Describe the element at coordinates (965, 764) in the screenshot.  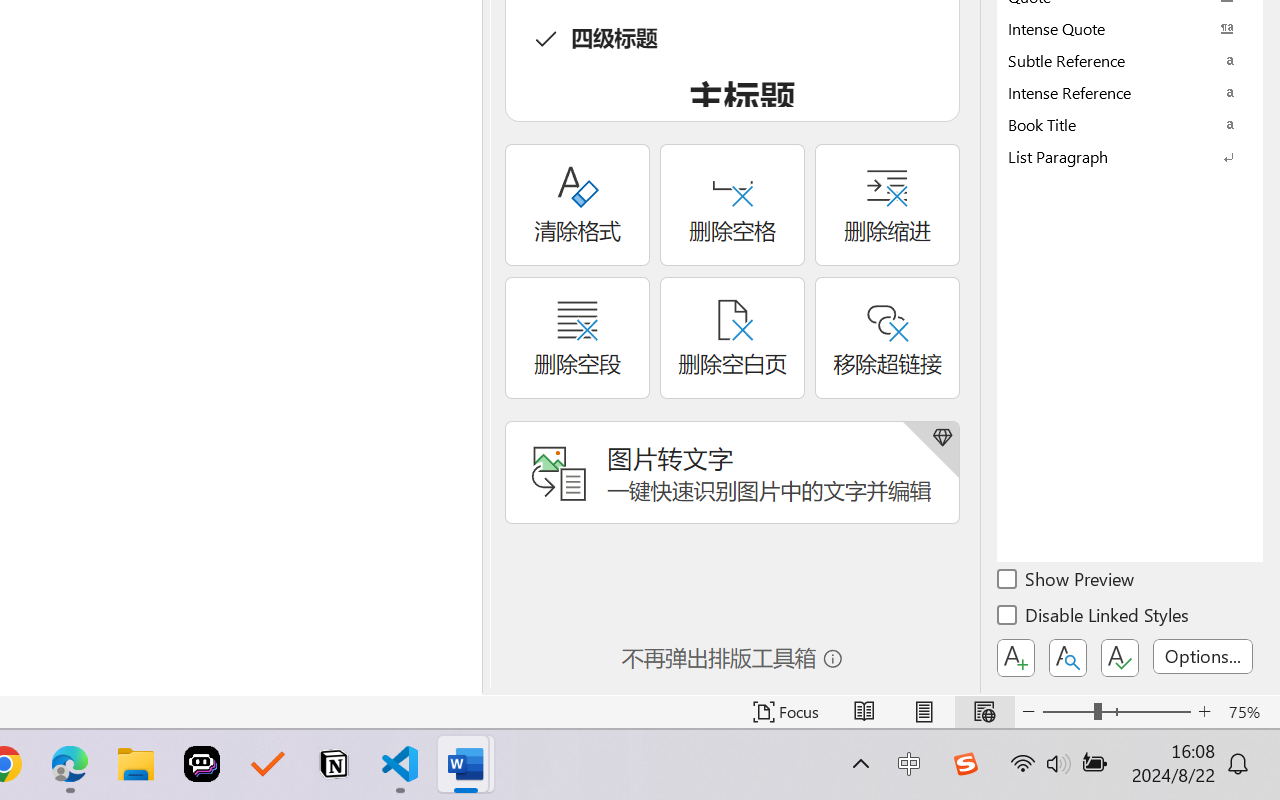
I see `'Class: Image'` at that location.